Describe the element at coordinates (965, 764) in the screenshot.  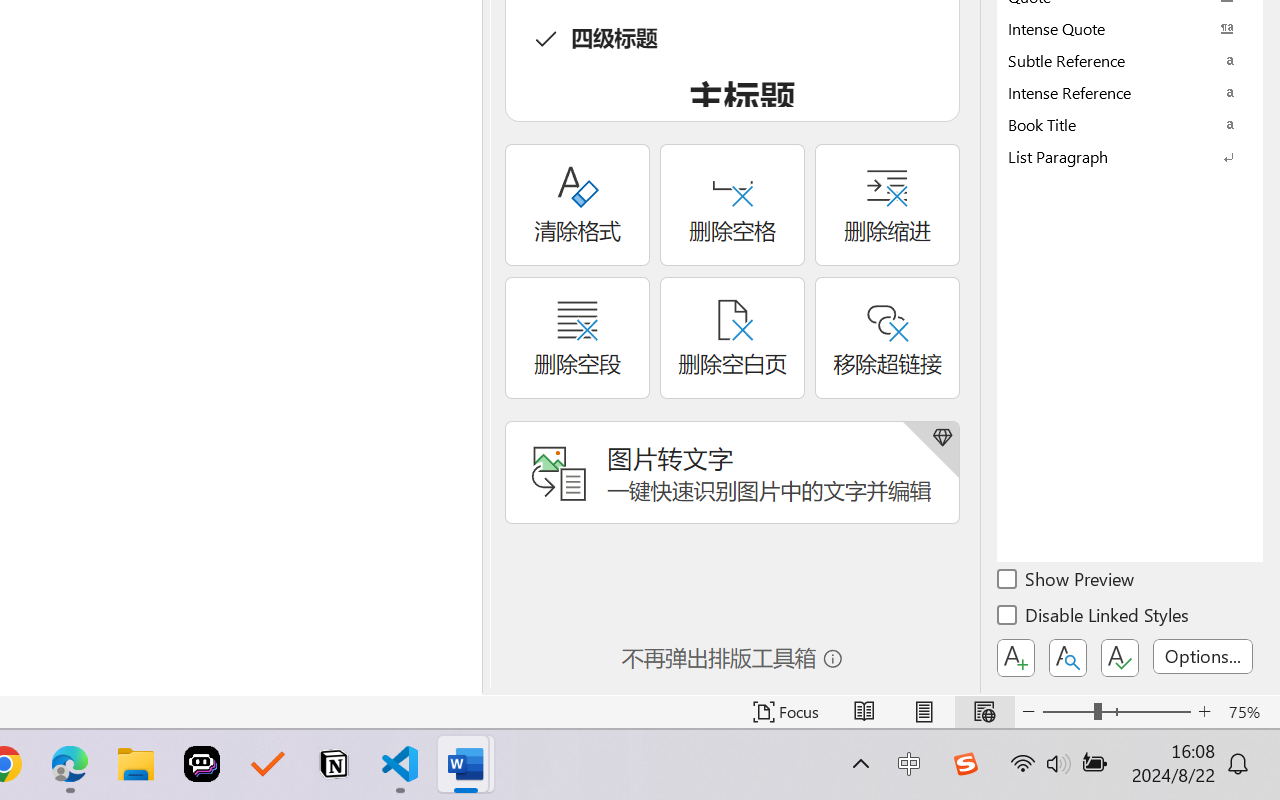
I see `'Class: Image'` at that location.